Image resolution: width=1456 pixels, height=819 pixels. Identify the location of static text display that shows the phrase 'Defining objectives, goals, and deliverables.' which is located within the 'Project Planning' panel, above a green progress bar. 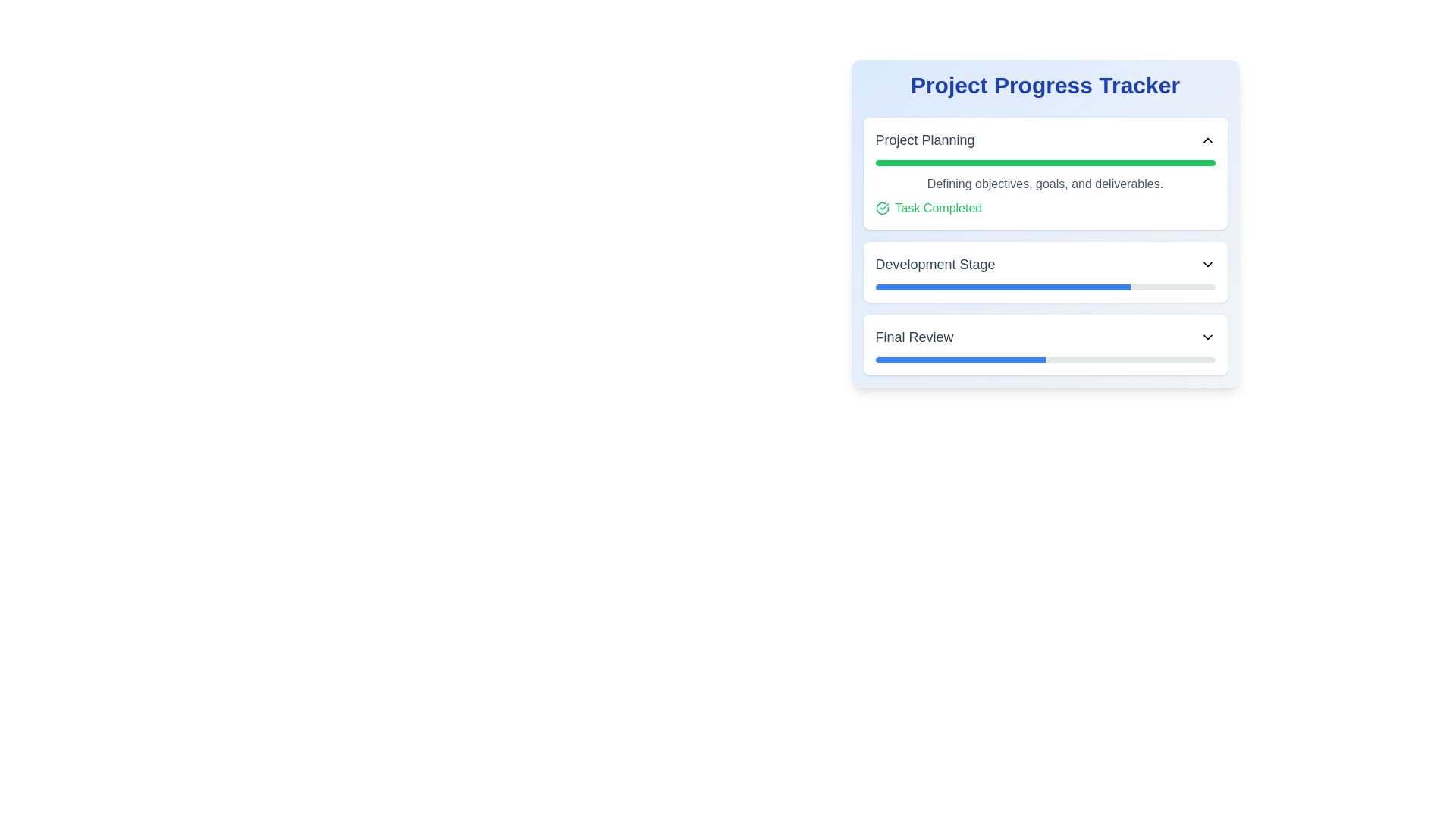
(1044, 184).